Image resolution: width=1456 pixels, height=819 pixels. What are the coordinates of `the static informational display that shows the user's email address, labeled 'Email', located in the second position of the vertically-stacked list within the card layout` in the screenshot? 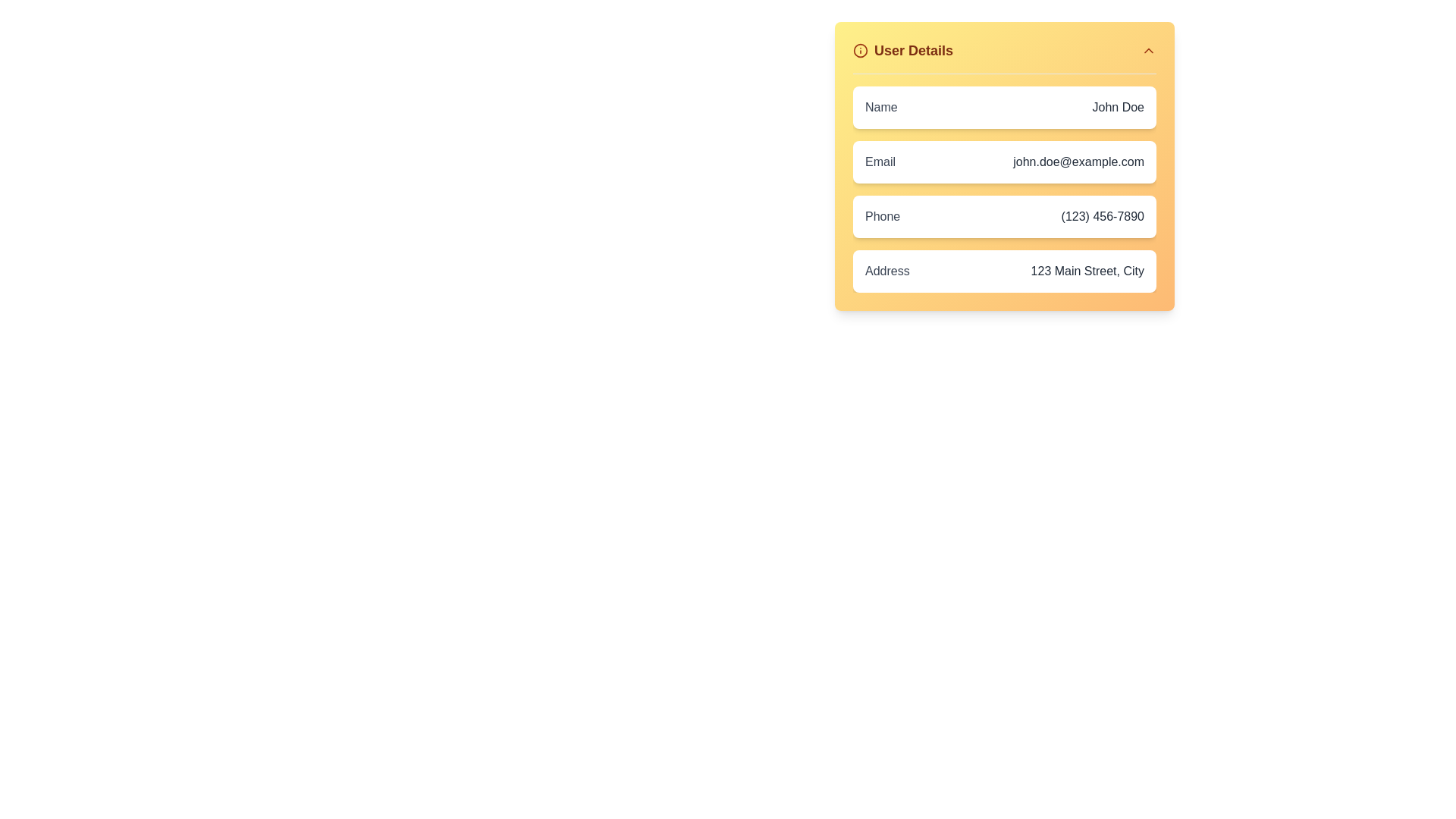 It's located at (1004, 162).